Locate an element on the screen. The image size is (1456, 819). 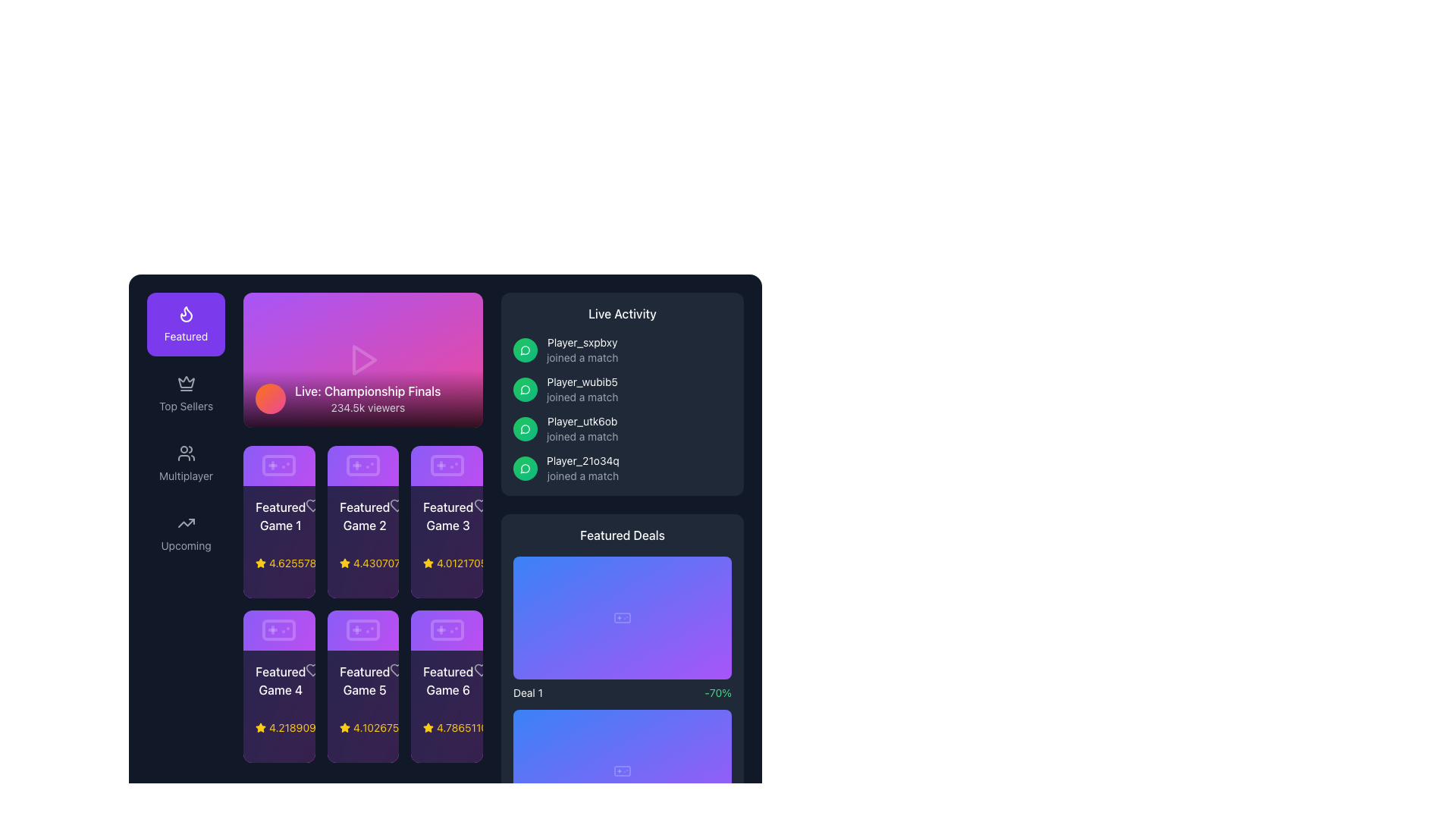
the informational text label displaying the numerical rating, which is located next to a small yellow star icon in the bottom-left card of the grid is located at coordinates (318, 727).